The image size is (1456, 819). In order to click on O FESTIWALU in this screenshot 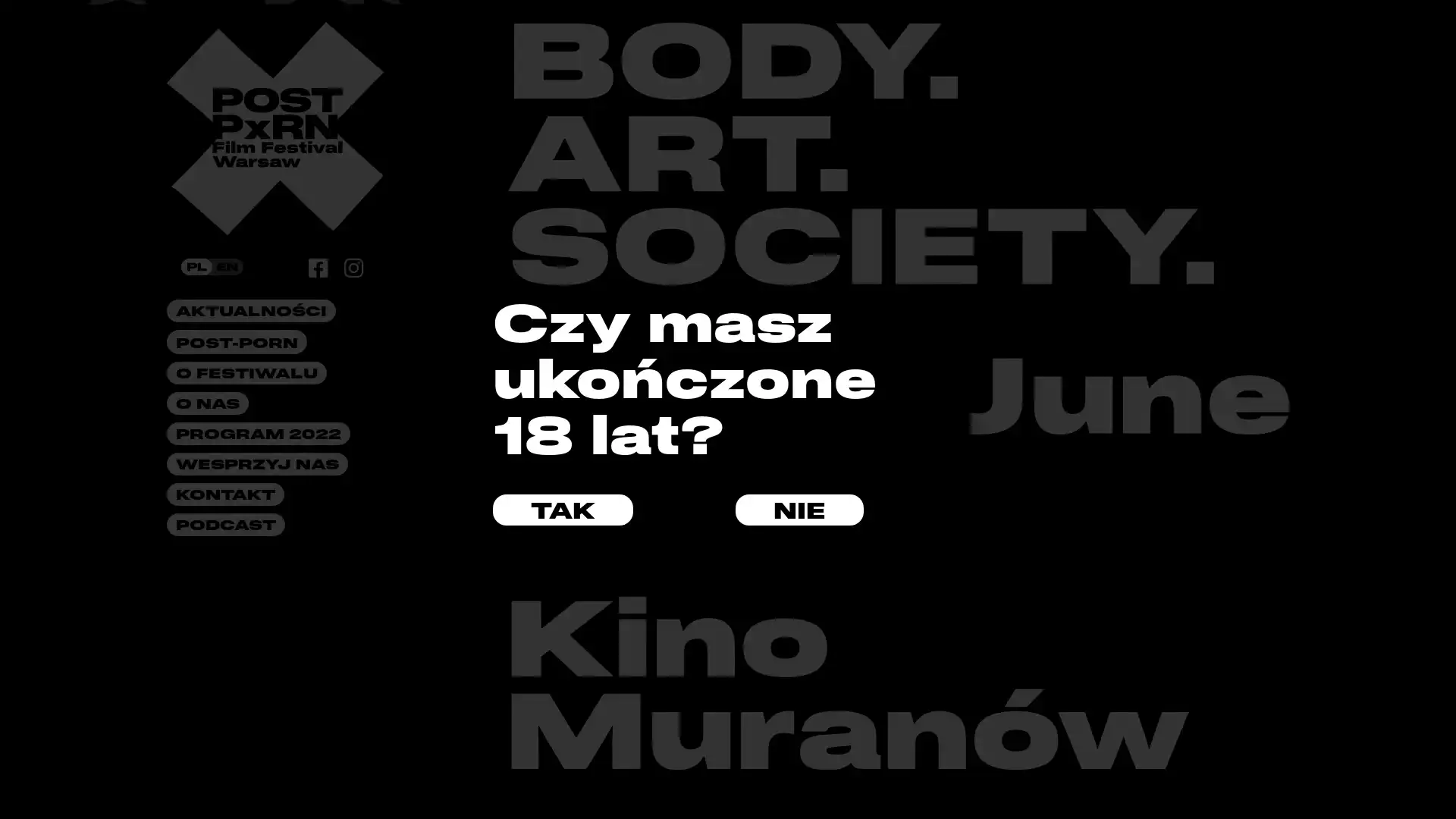, I will do `click(246, 373)`.